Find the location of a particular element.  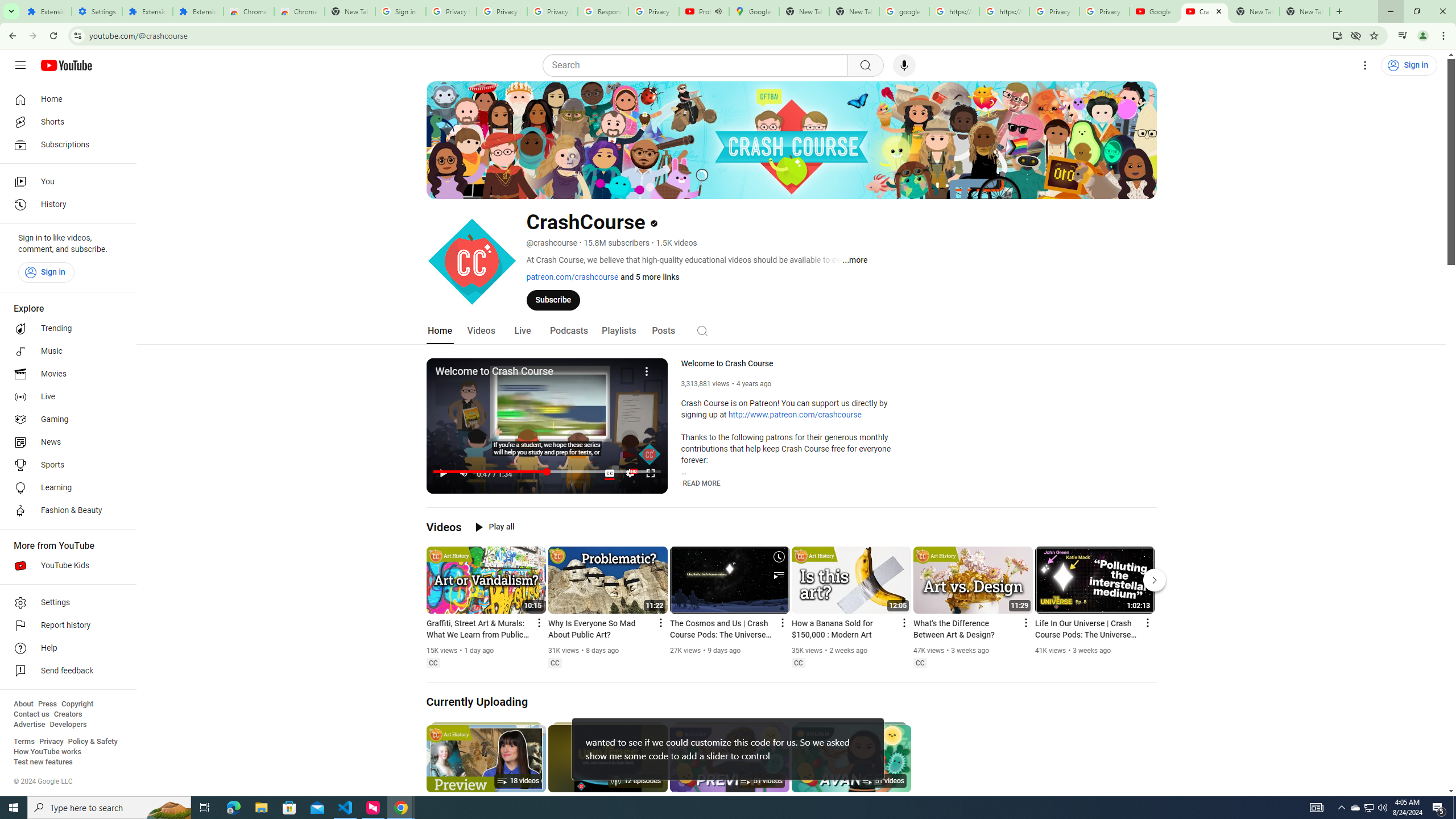

'History' is located at coordinates (64, 205).